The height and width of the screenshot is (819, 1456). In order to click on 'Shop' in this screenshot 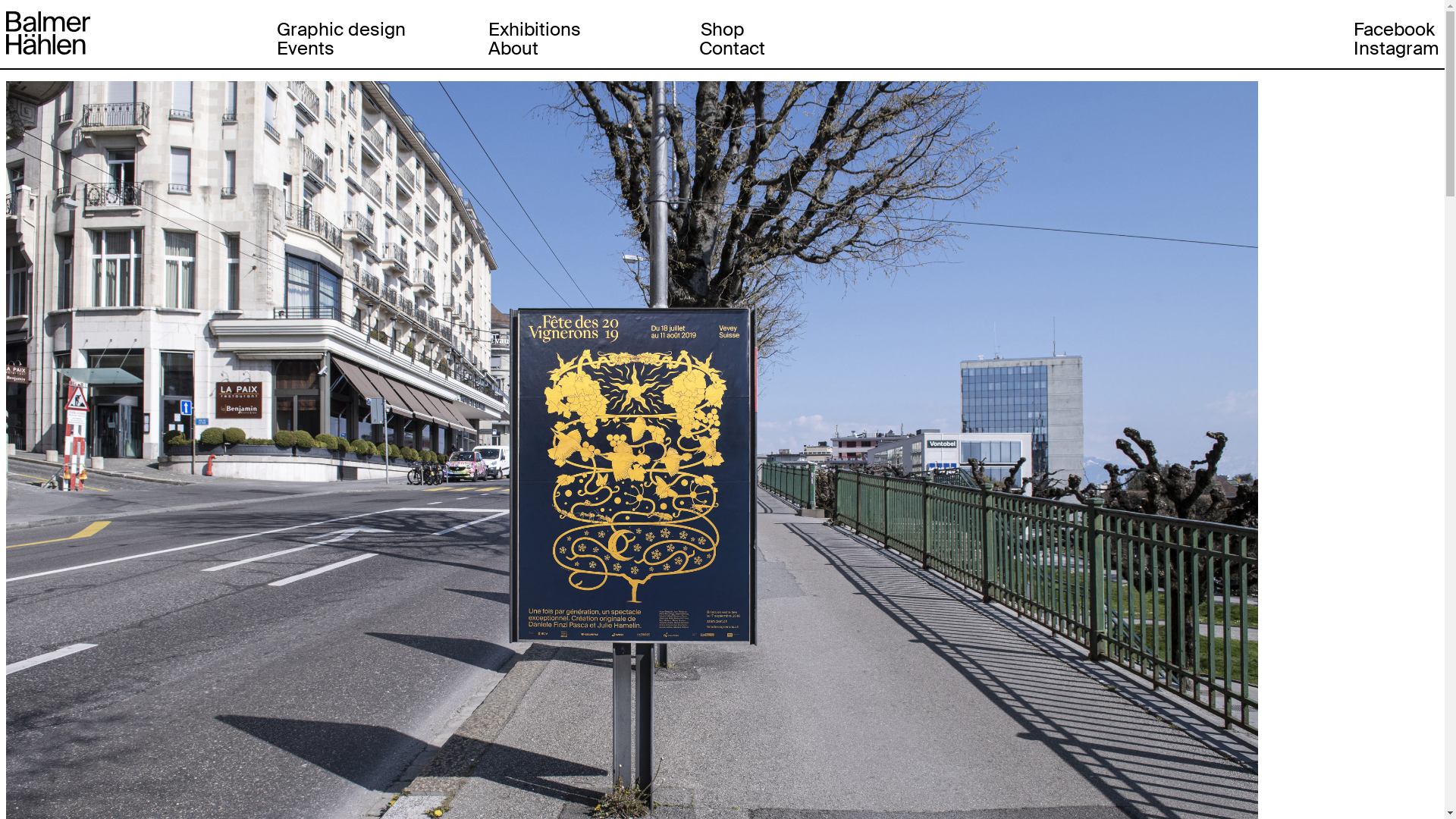, I will do `click(722, 29)`.